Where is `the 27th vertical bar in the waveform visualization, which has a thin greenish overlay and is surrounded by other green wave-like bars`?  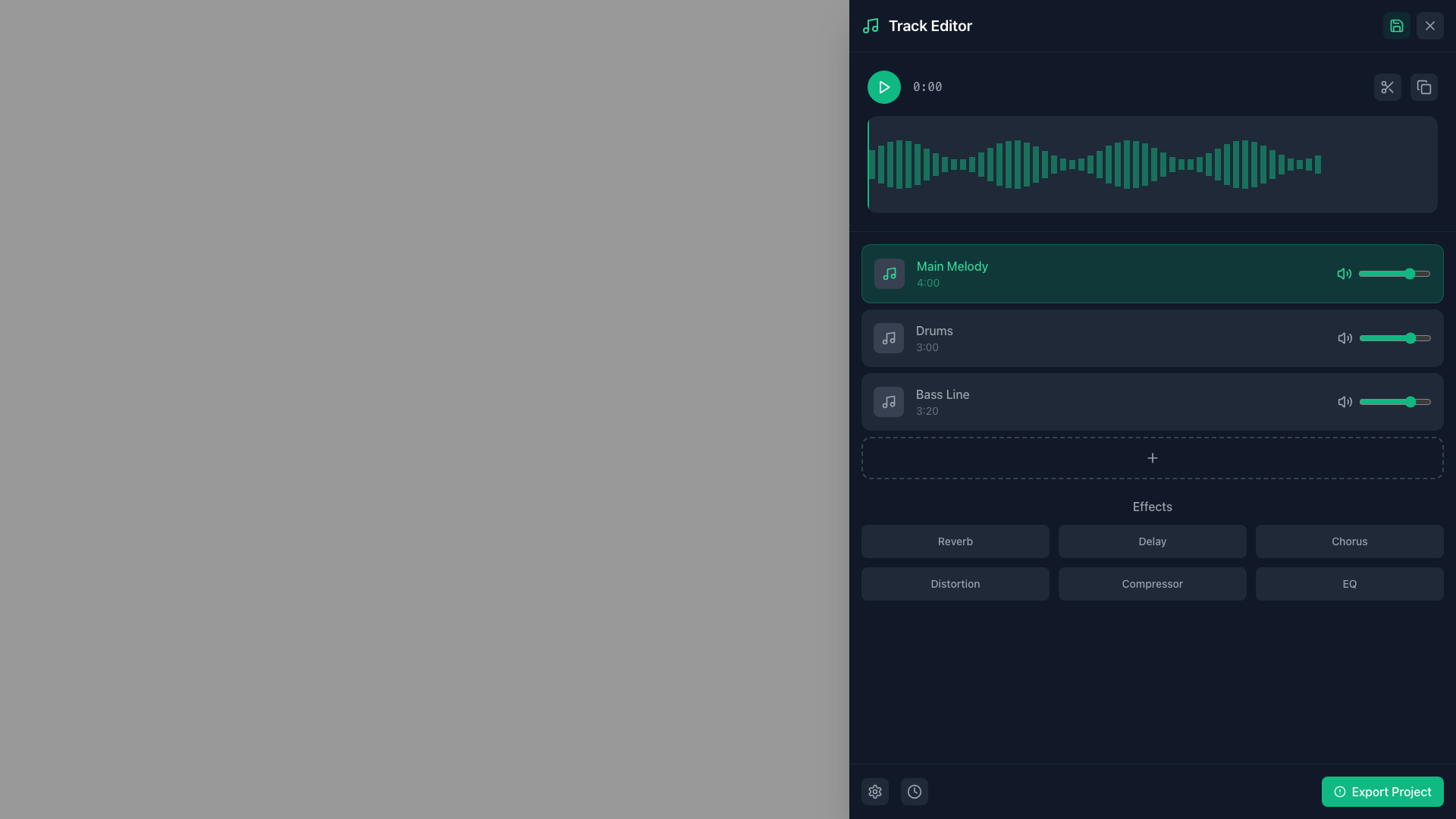 the 27th vertical bar in the waveform visualization, which has a thin greenish overlay and is surrounded by other green wave-like bars is located at coordinates (1099, 164).